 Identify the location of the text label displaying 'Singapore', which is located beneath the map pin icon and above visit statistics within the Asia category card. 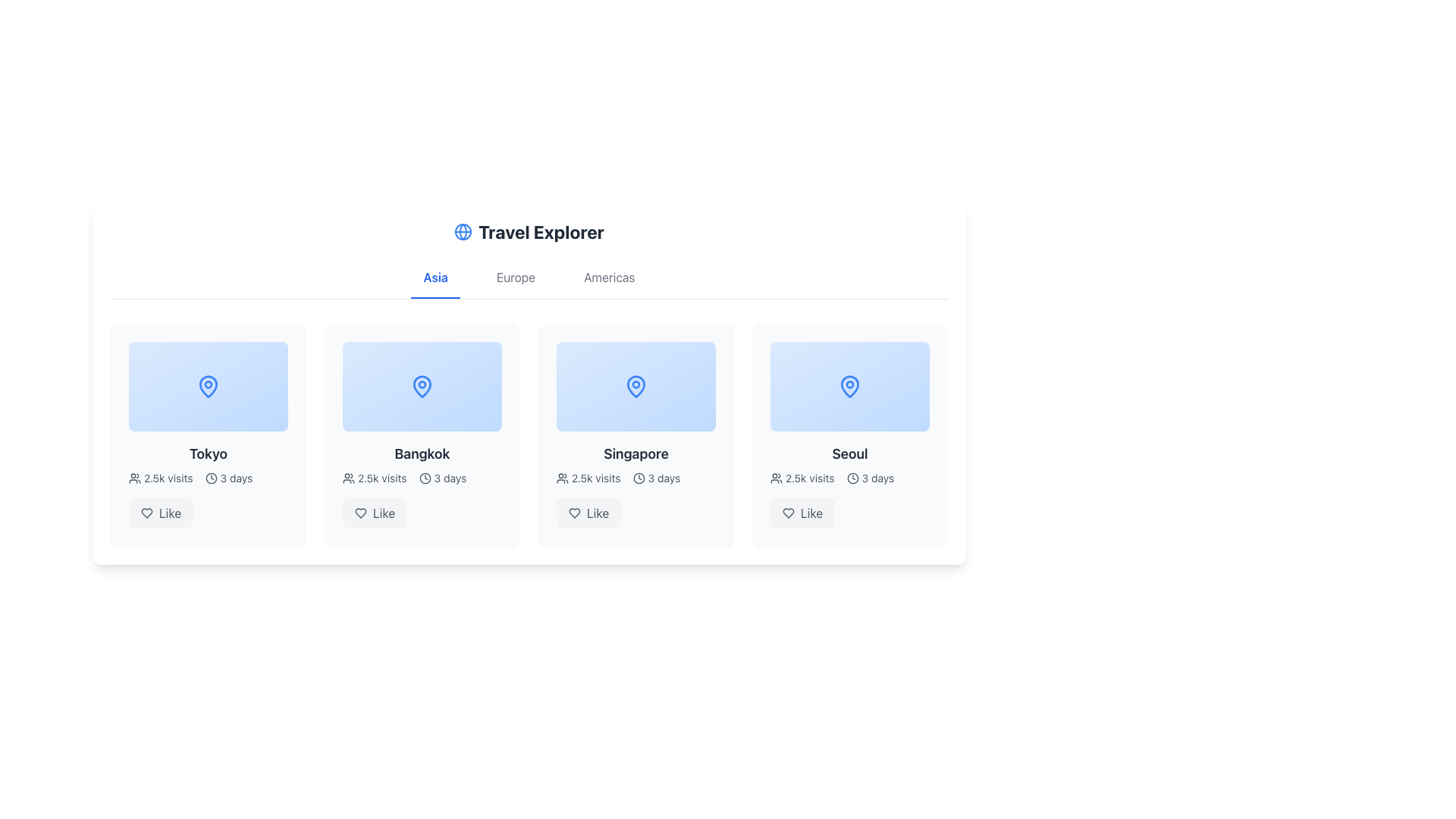
(636, 453).